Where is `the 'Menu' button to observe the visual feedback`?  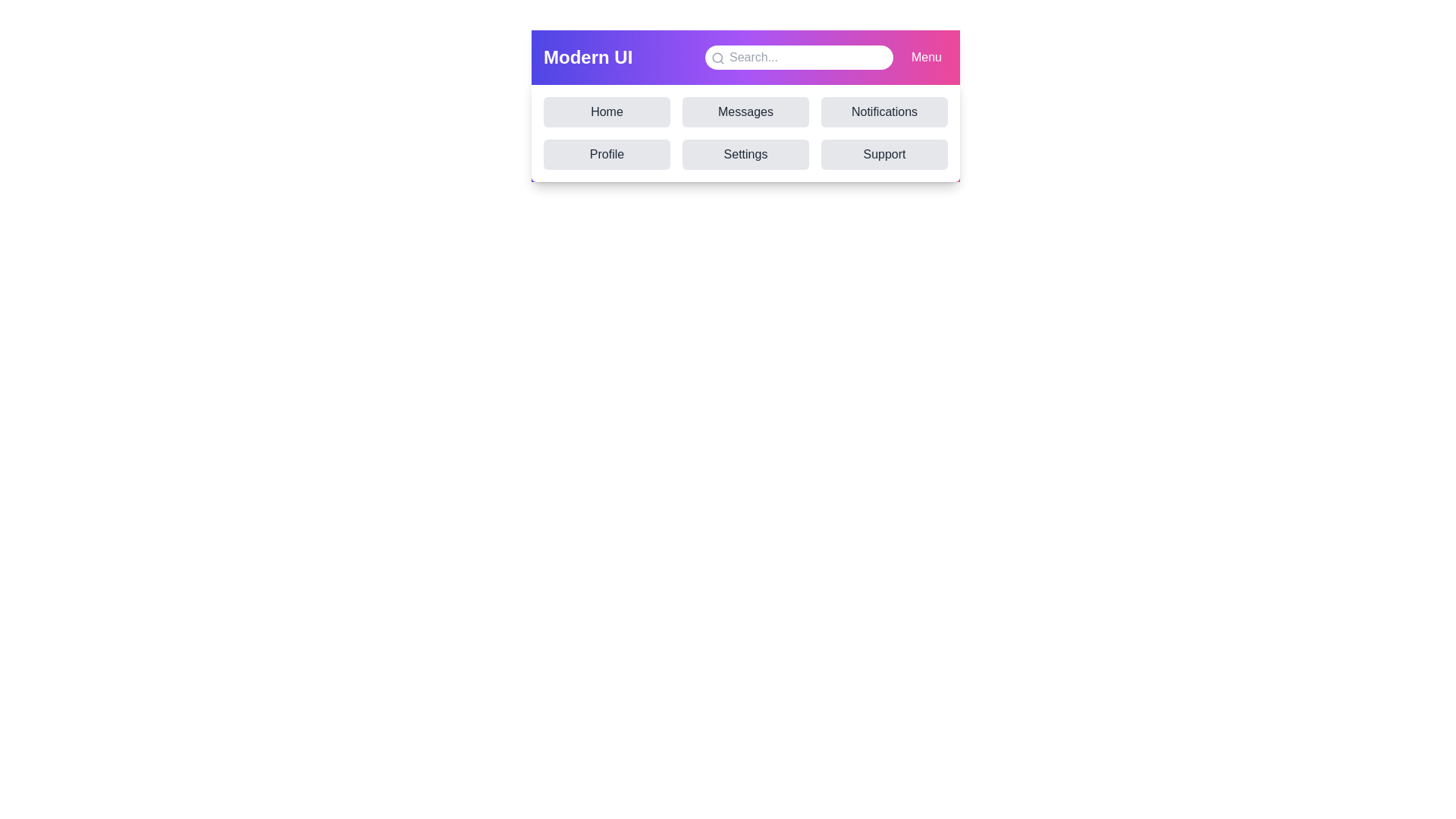
the 'Menu' button to observe the visual feedback is located at coordinates (925, 57).